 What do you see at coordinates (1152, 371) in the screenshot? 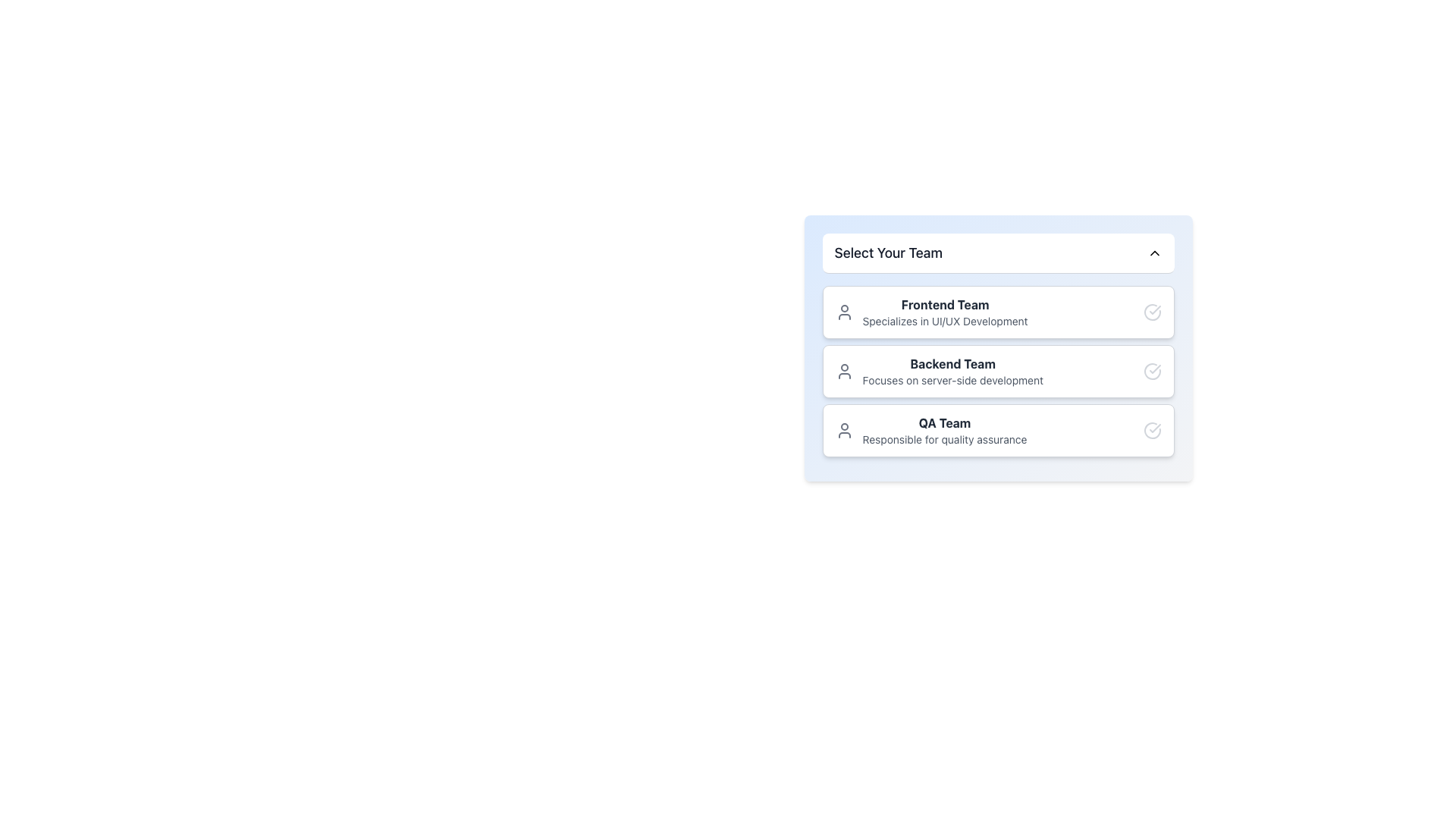
I see `the icon located to the far-right of the 'Backend Team' list entry in the 'Select Your Team' section` at bounding box center [1152, 371].